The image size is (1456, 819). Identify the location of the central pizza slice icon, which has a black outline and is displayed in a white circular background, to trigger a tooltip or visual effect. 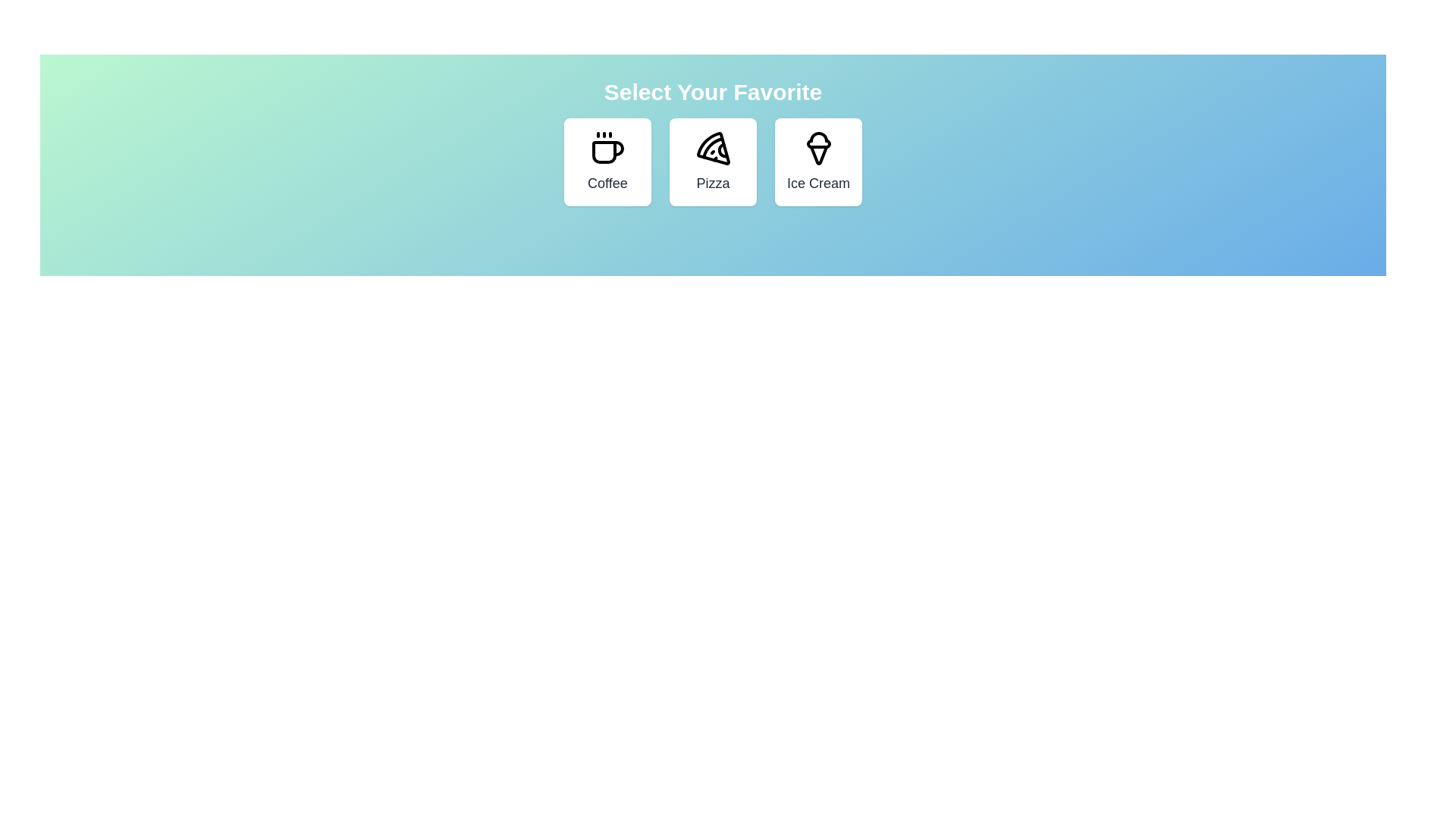
(712, 149).